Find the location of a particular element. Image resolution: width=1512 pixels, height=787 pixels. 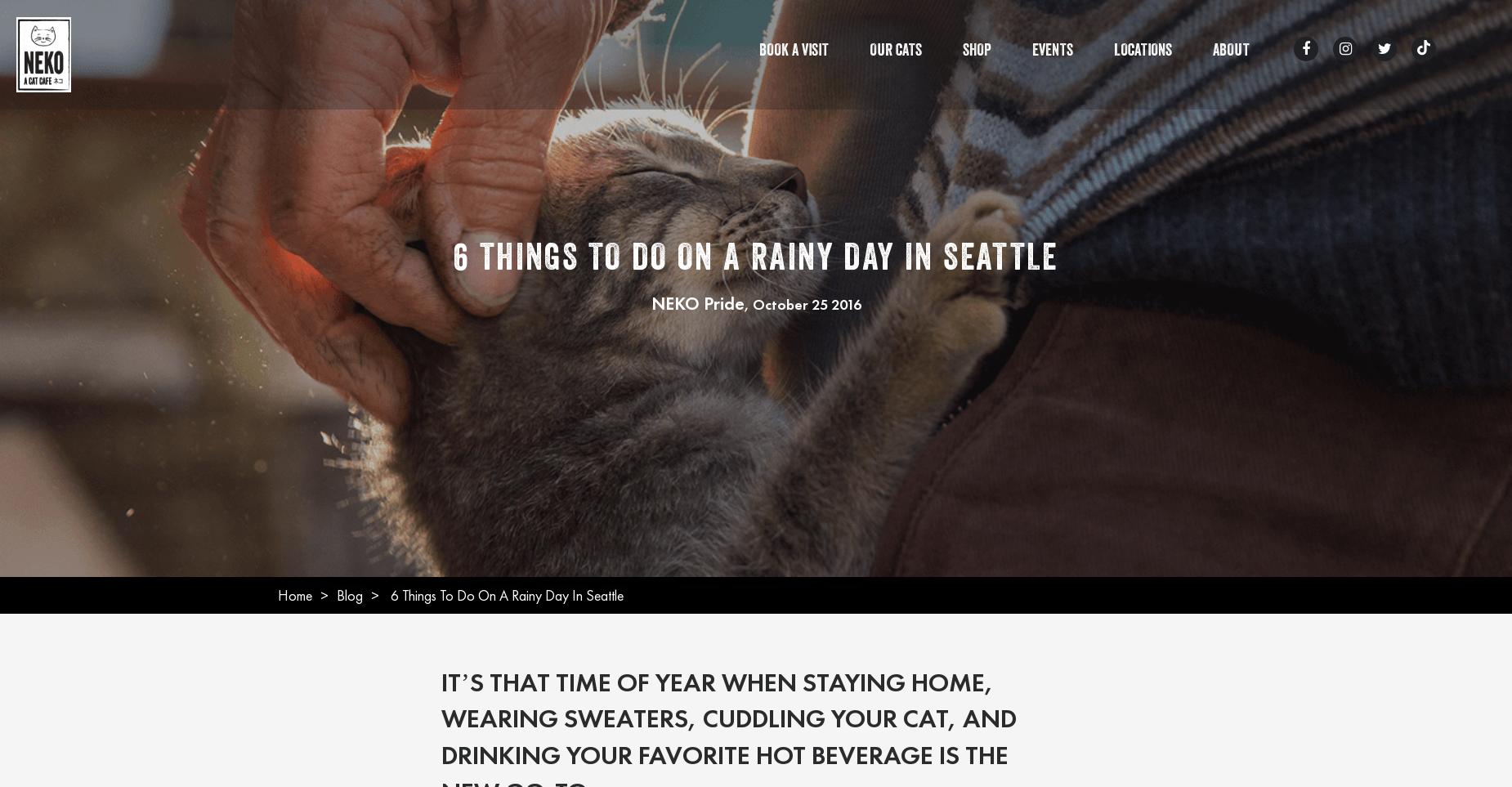

'NEKO Pride' is located at coordinates (651, 302).